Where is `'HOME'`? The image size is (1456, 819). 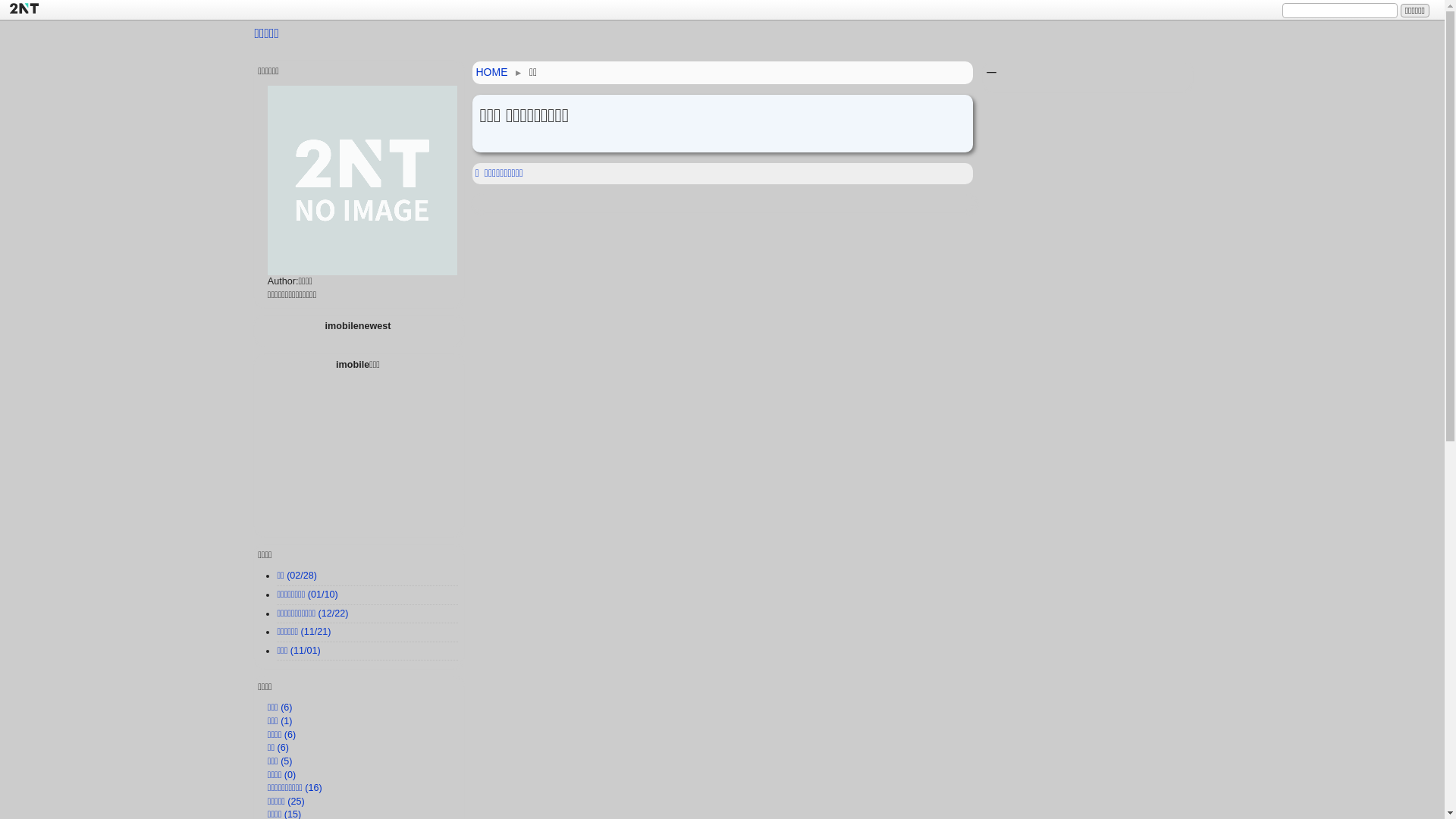 'HOME' is located at coordinates (475, 72).